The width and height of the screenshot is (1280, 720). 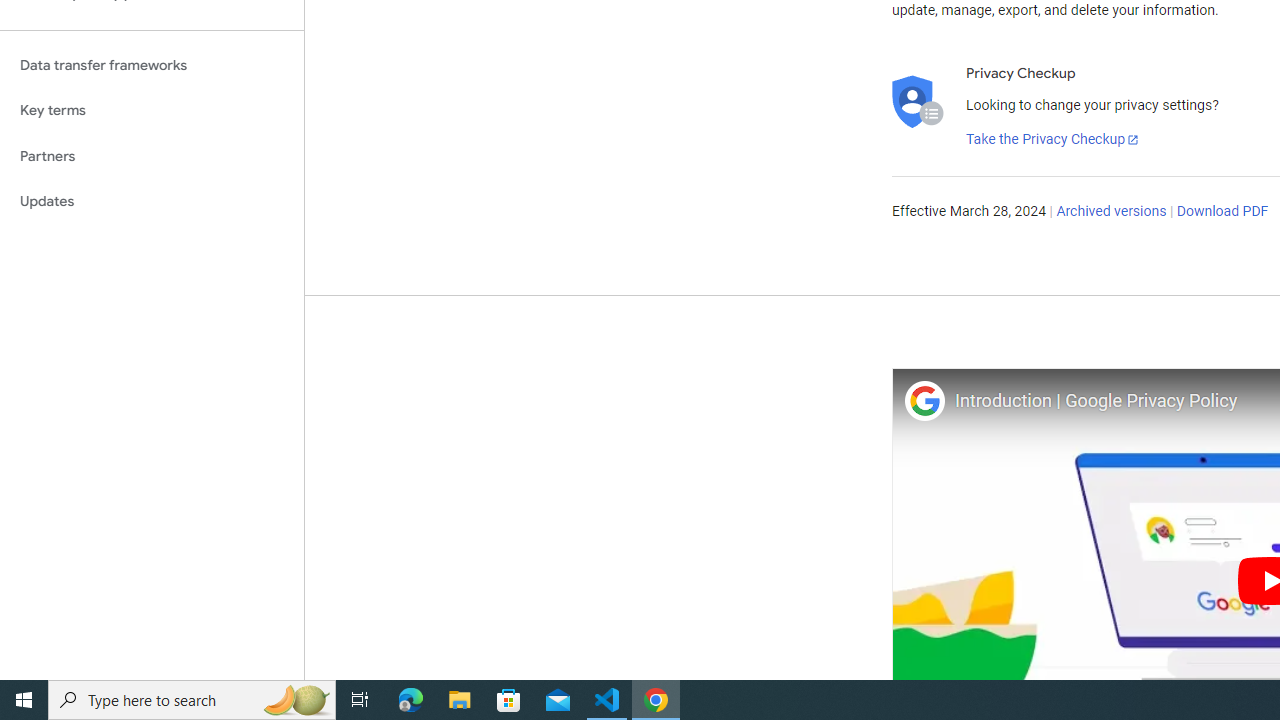 I want to click on 'Partners', so click(x=151, y=155).